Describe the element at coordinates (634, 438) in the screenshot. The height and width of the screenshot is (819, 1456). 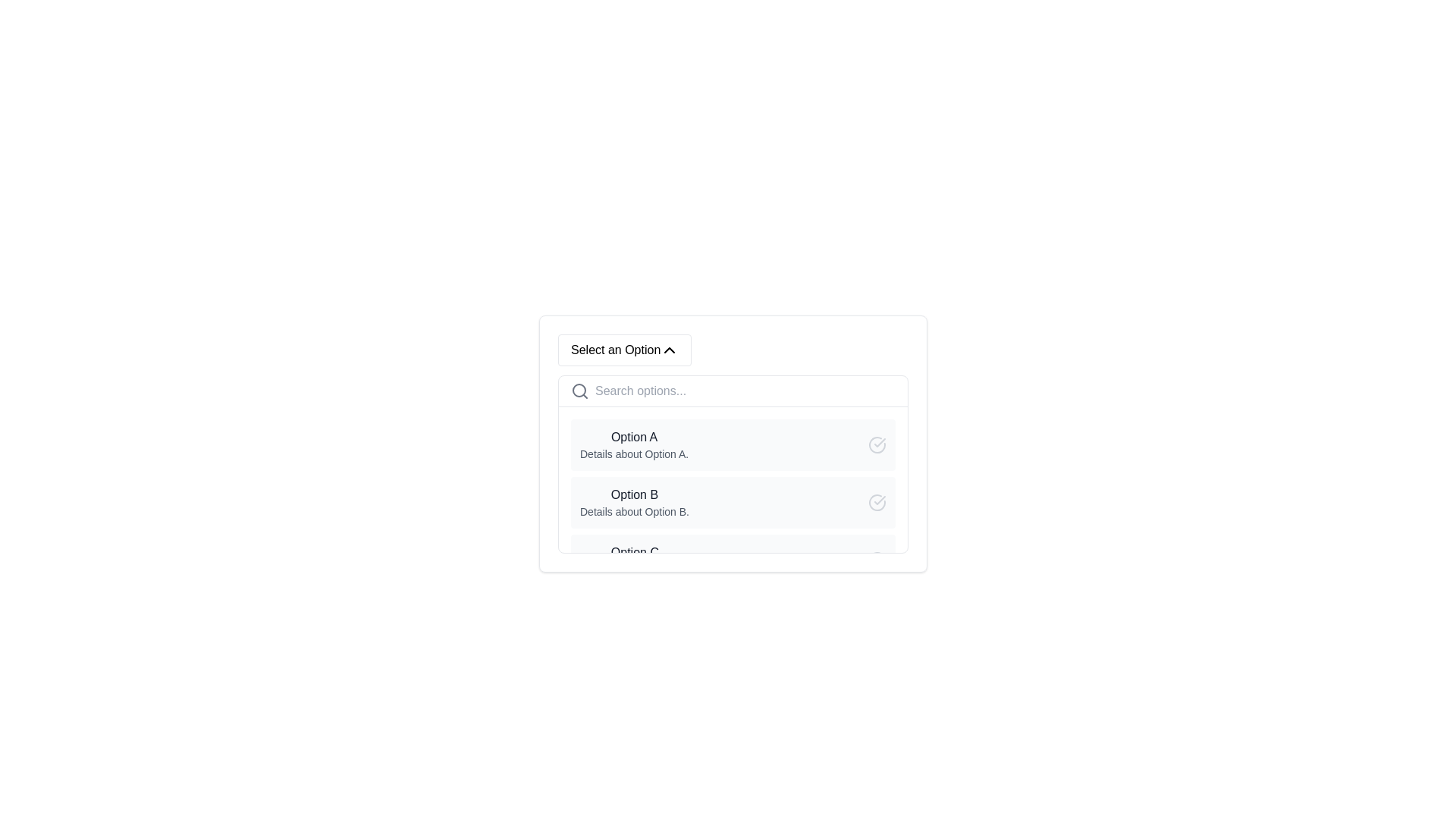
I see `the label 'Option A' within the dropdown menu that presents the title for this option, located near the top of the dropdown section` at that location.